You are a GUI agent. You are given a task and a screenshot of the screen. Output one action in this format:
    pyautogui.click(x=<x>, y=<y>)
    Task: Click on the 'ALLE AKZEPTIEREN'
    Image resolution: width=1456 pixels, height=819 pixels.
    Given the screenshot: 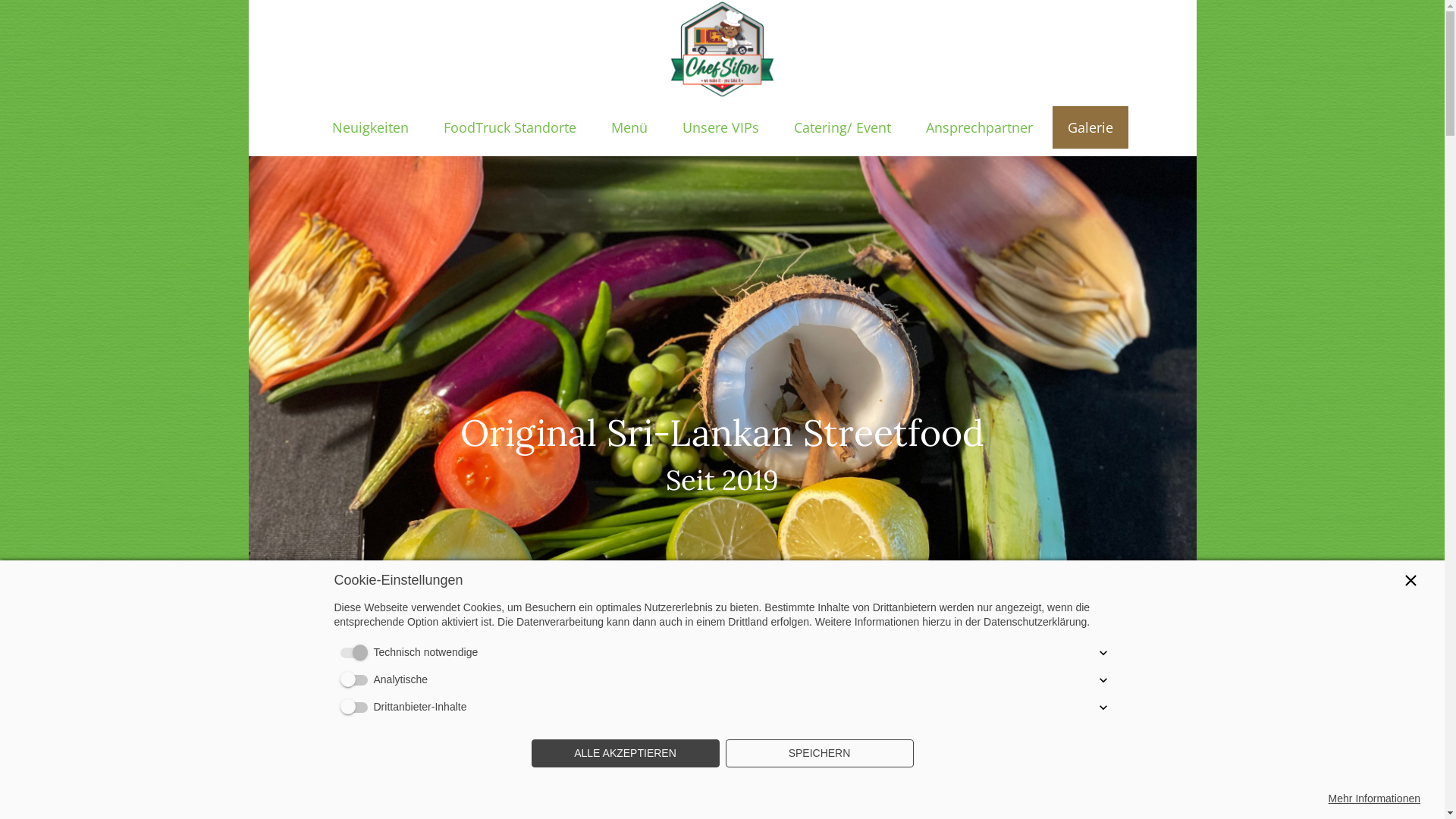 What is the action you would take?
    pyautogui.click(x=625, y=754)
    